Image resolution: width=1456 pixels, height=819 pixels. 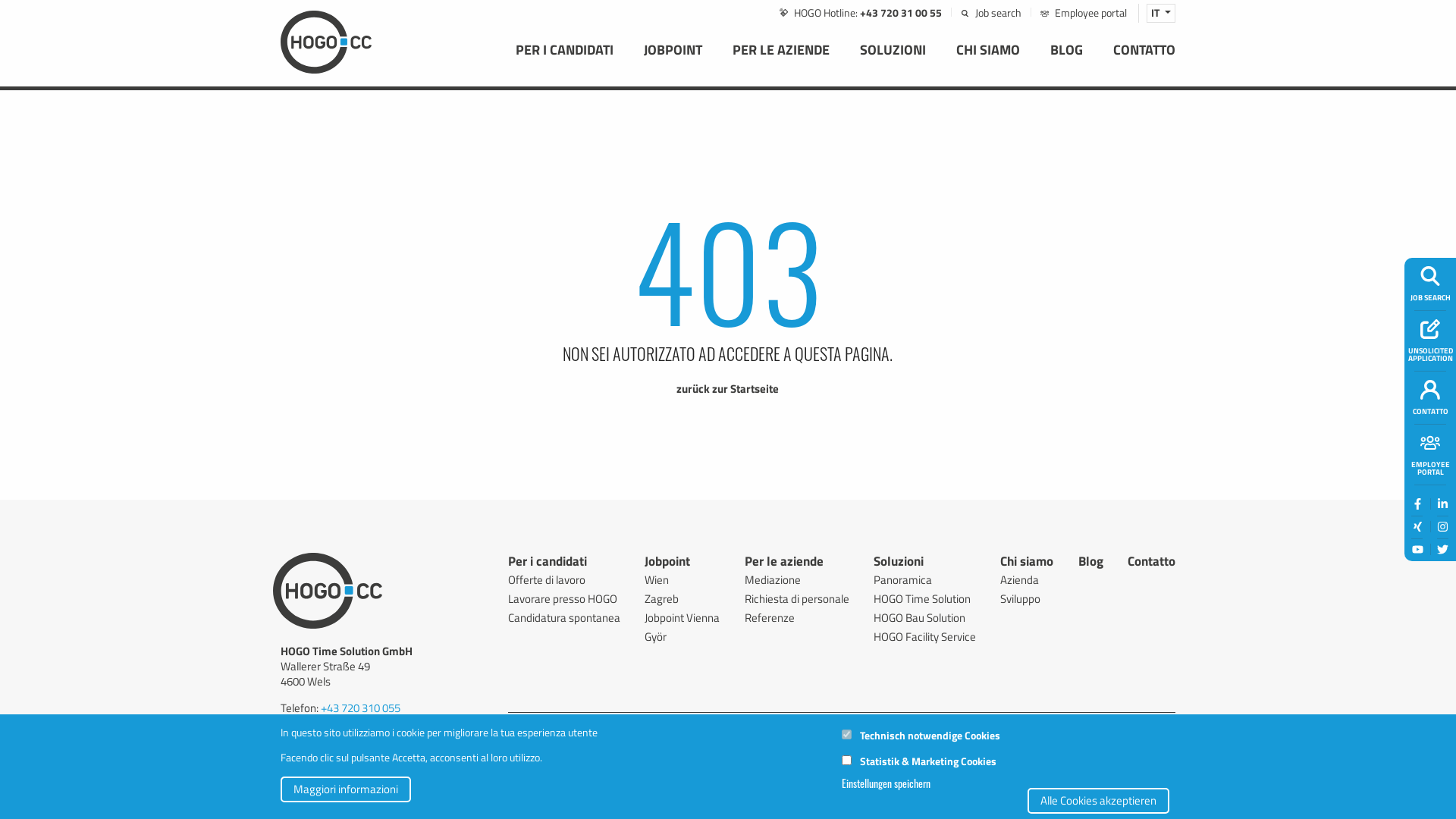 What do you see at coordinates (1442, 549) in the screenshot?
I see `'Twitter'` at bounding box center [1442, 549].